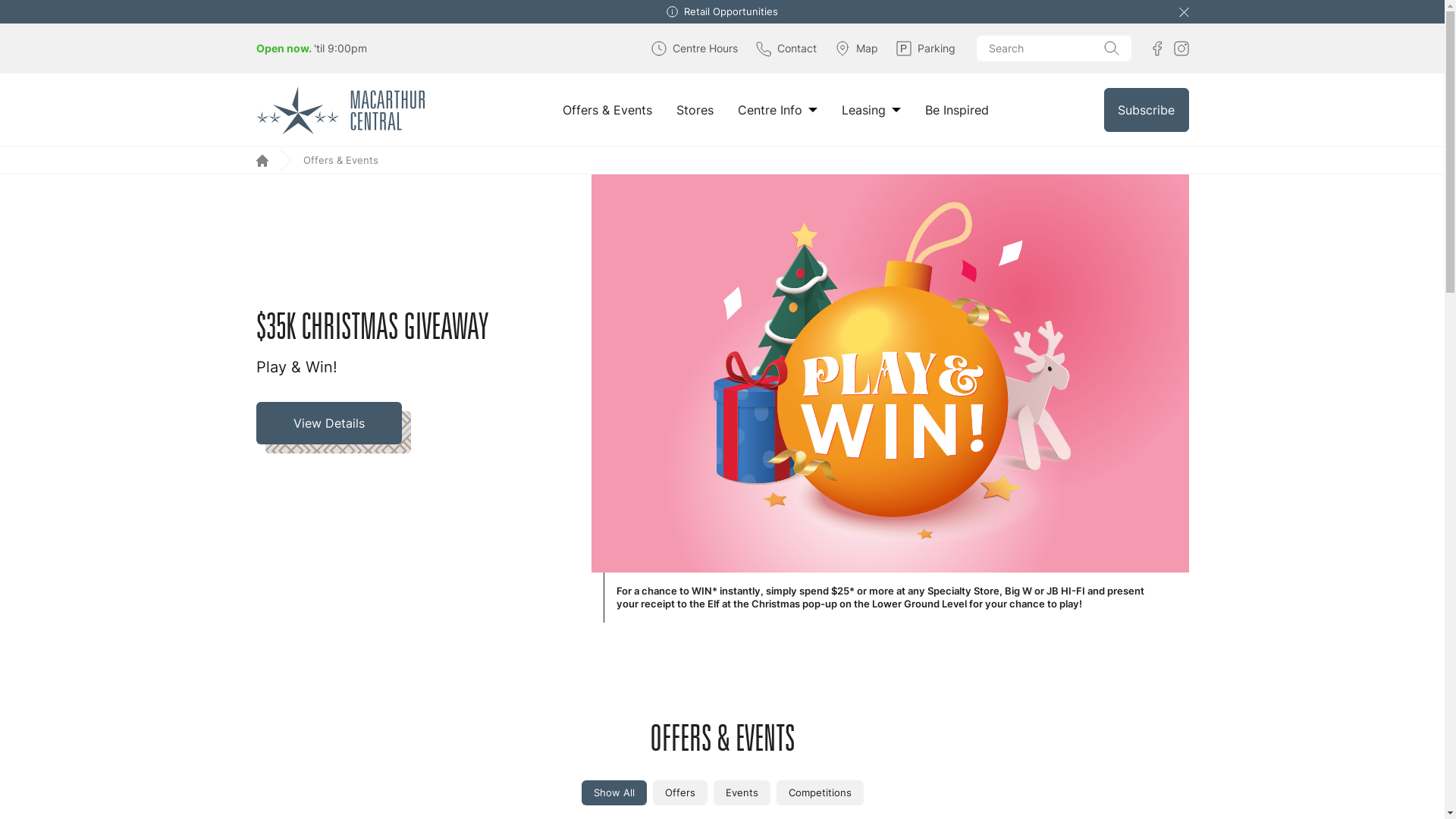 This screenshot has height=819, width=1456. I want to click on 'Events', so click(712, 792).